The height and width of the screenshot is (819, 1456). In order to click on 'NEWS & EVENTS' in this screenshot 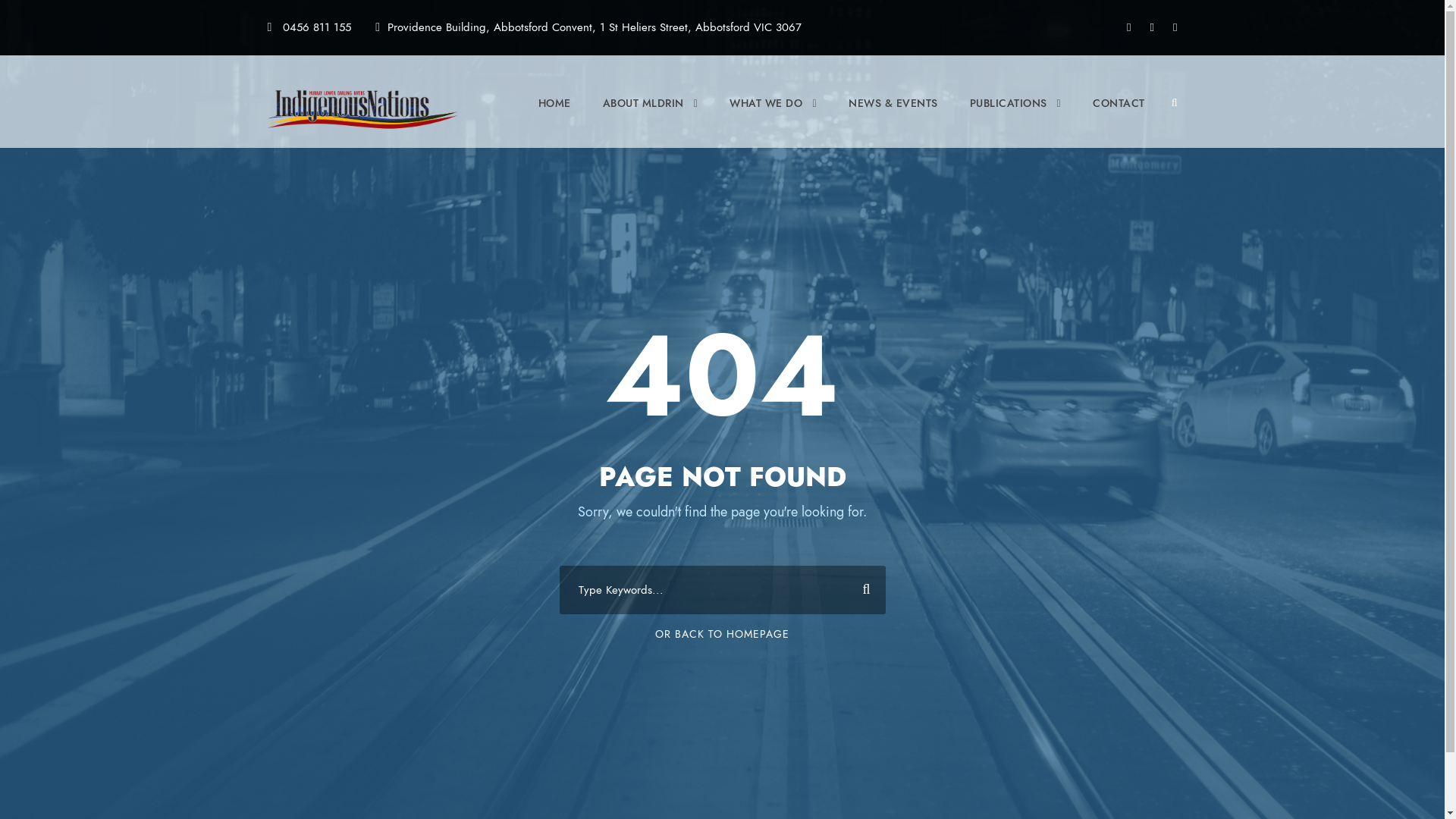, I will do `click(893, 116)`.